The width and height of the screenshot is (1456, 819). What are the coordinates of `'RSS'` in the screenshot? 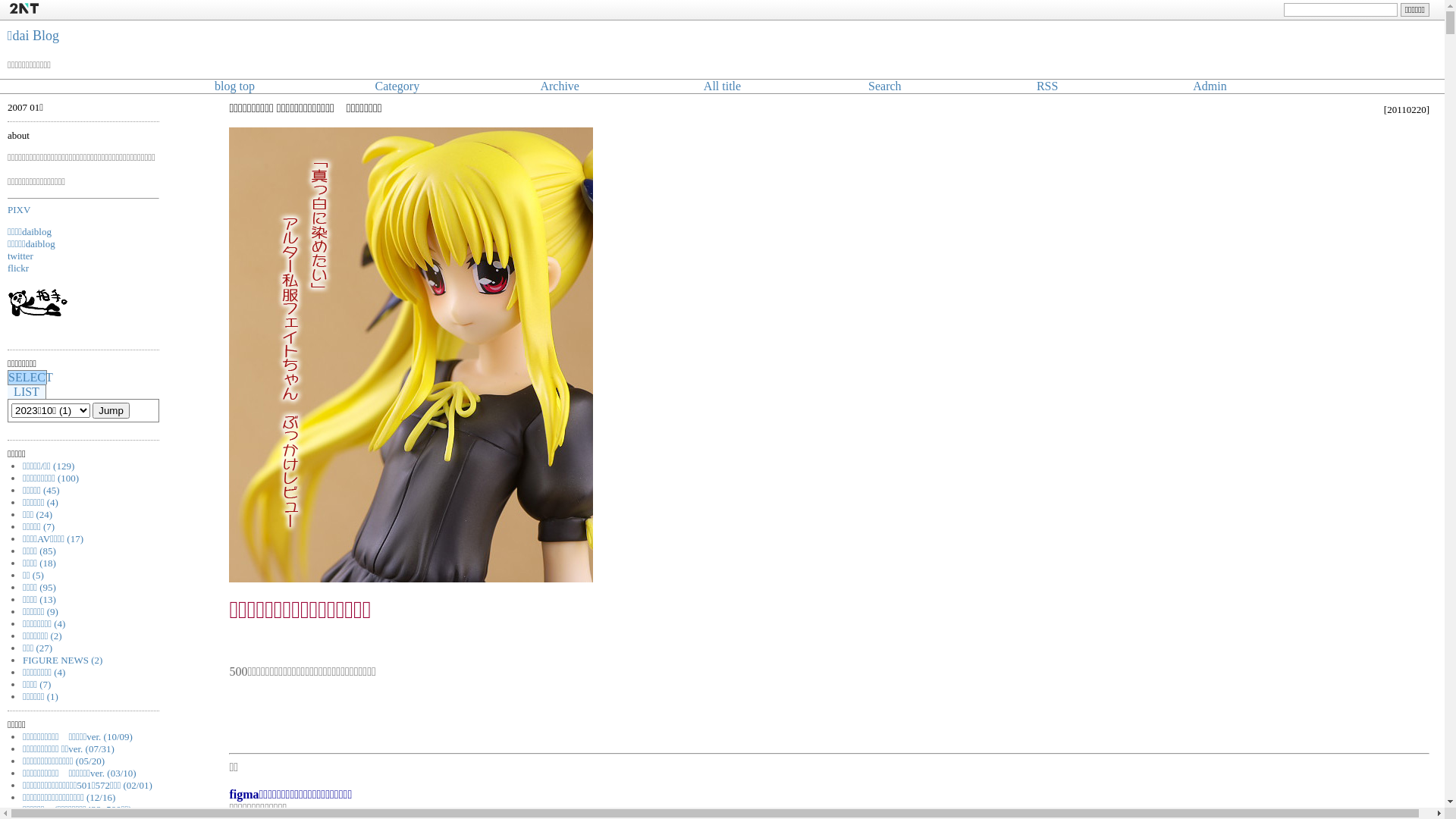 It's located at (1036, 86).